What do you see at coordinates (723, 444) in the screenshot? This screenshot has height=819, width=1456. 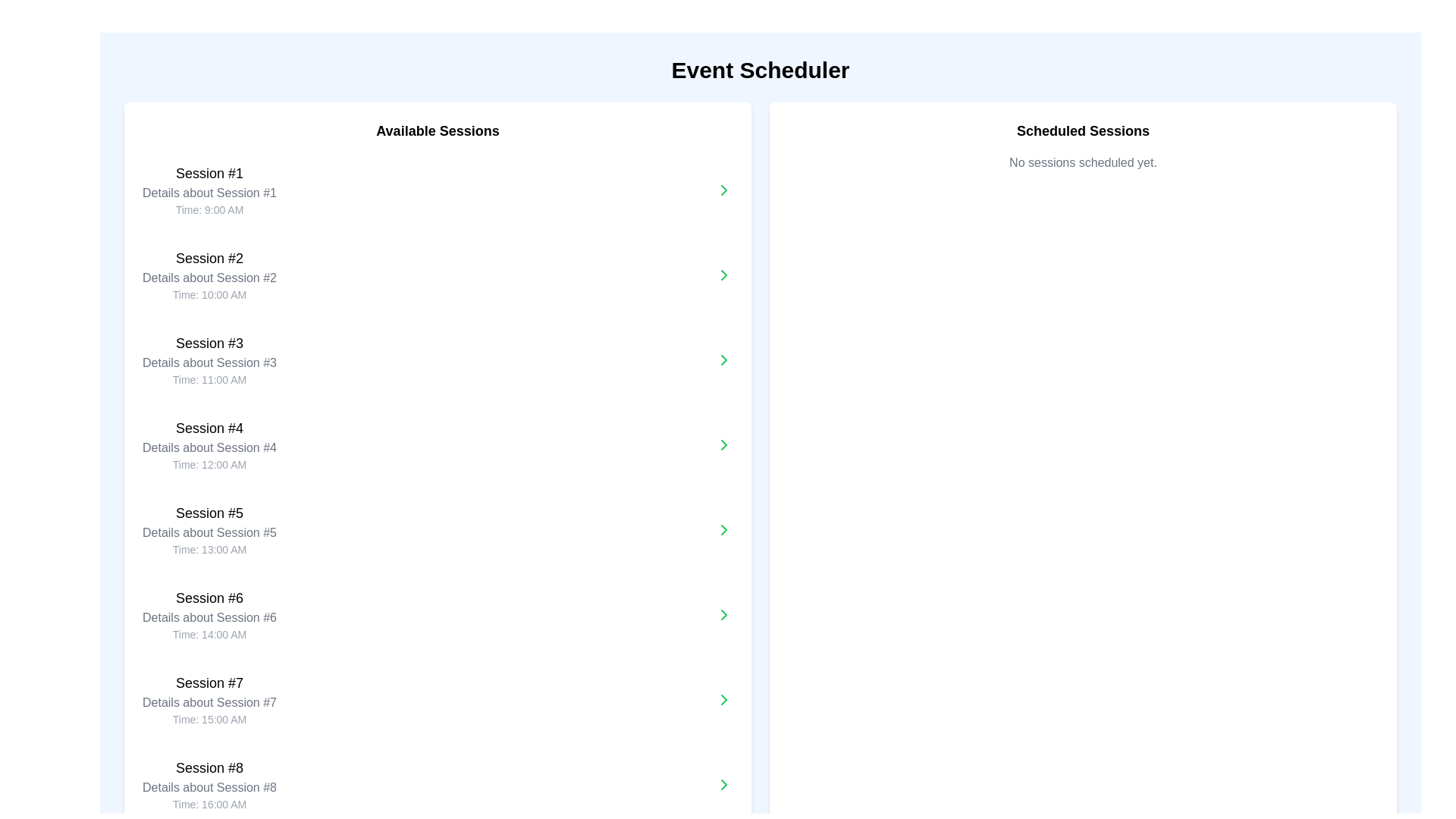 I see `the chevron icon pointing to the right that signifies an actionable item related to 'Session #4'` at bounding box center [723, 444].